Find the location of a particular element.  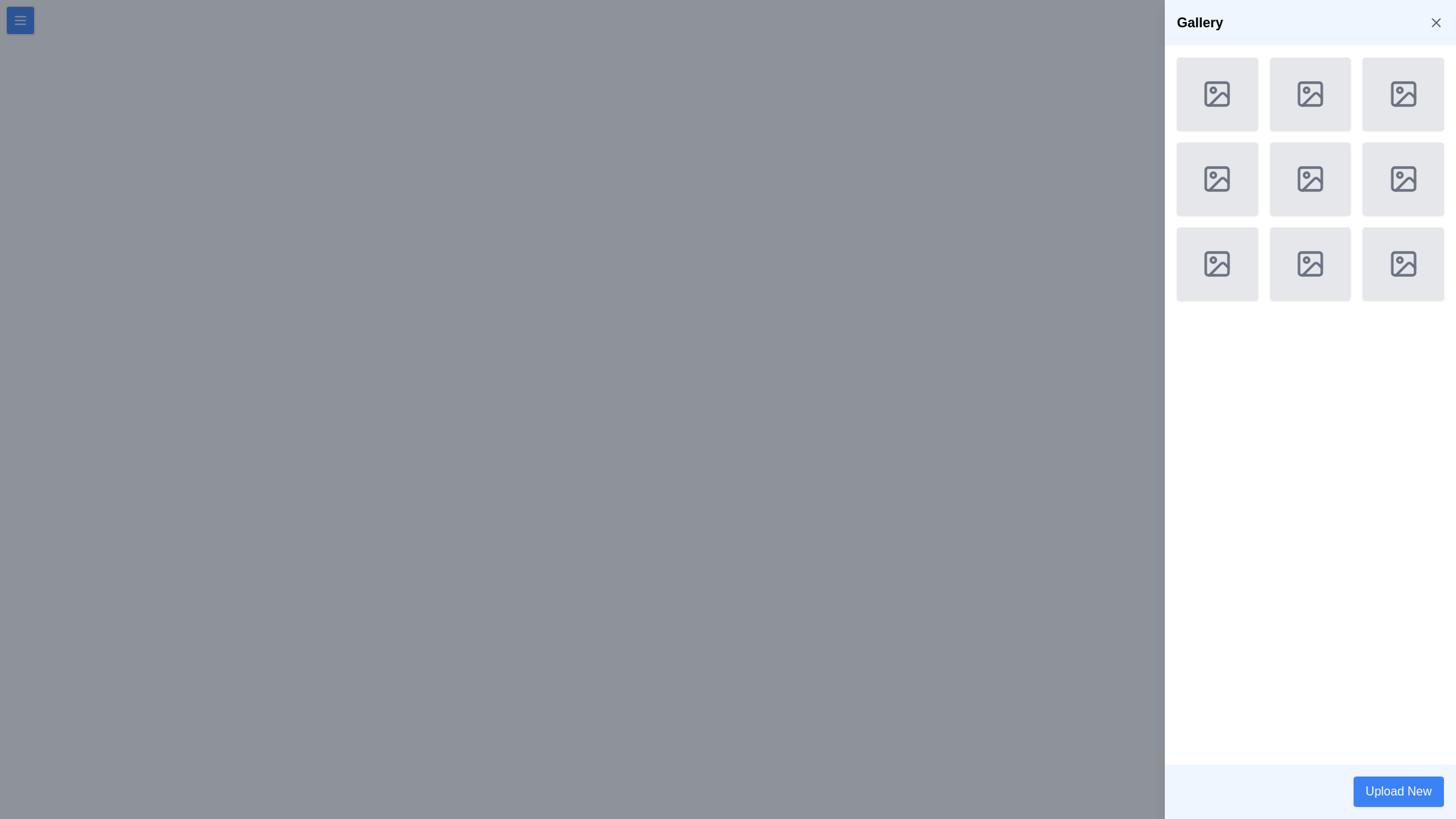

the 'Gallery' text label in the upper-right portion of the header bar, which has a bold font and light blue background is located at coordinates (1199, 23).